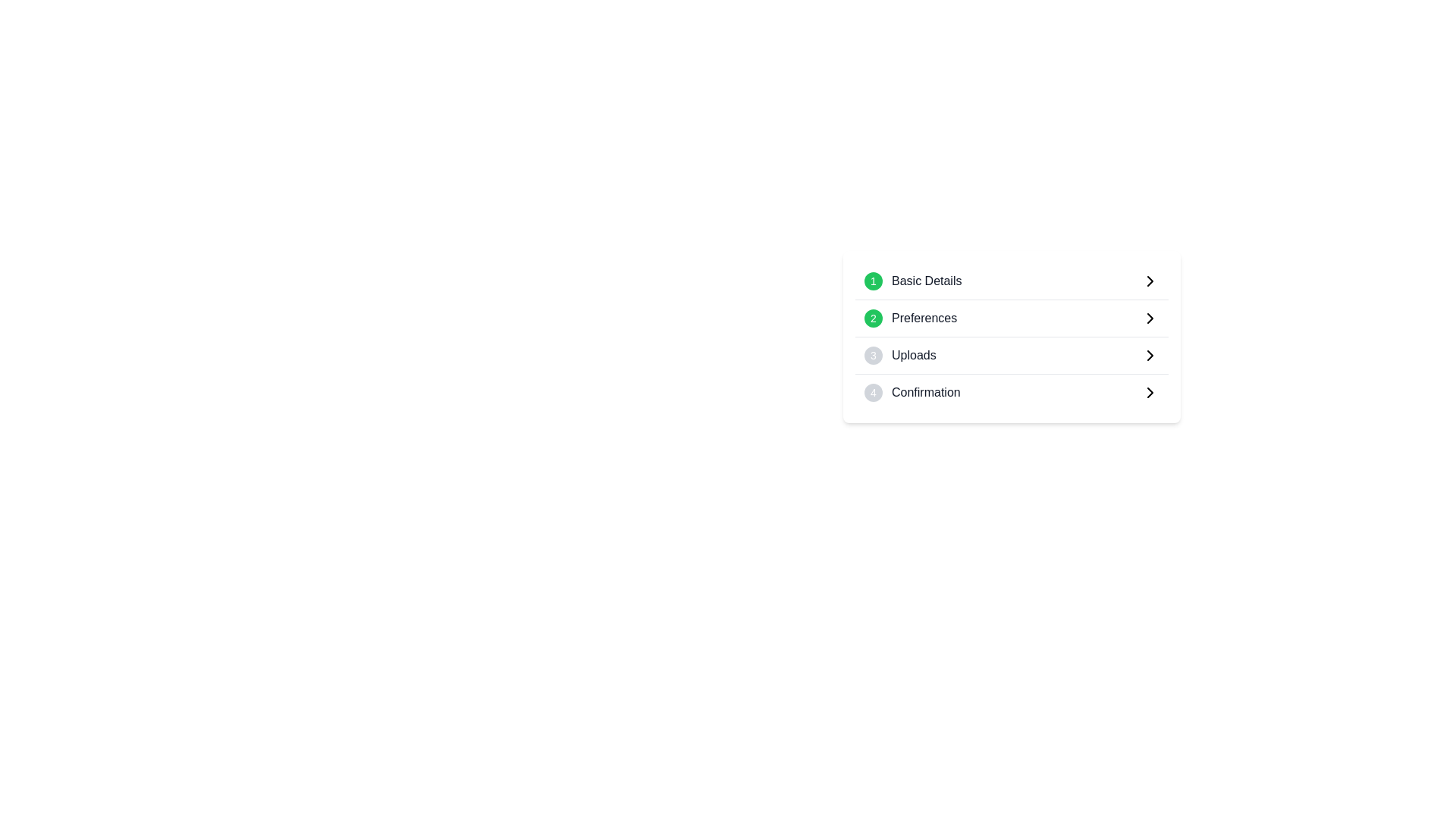 Image resolution: width=1456 pixels, height=819 pixels. I want to click on the fourth list item representing the 'Confirmation' step in the navigation process to proceed to that step, so click(1012, 391).